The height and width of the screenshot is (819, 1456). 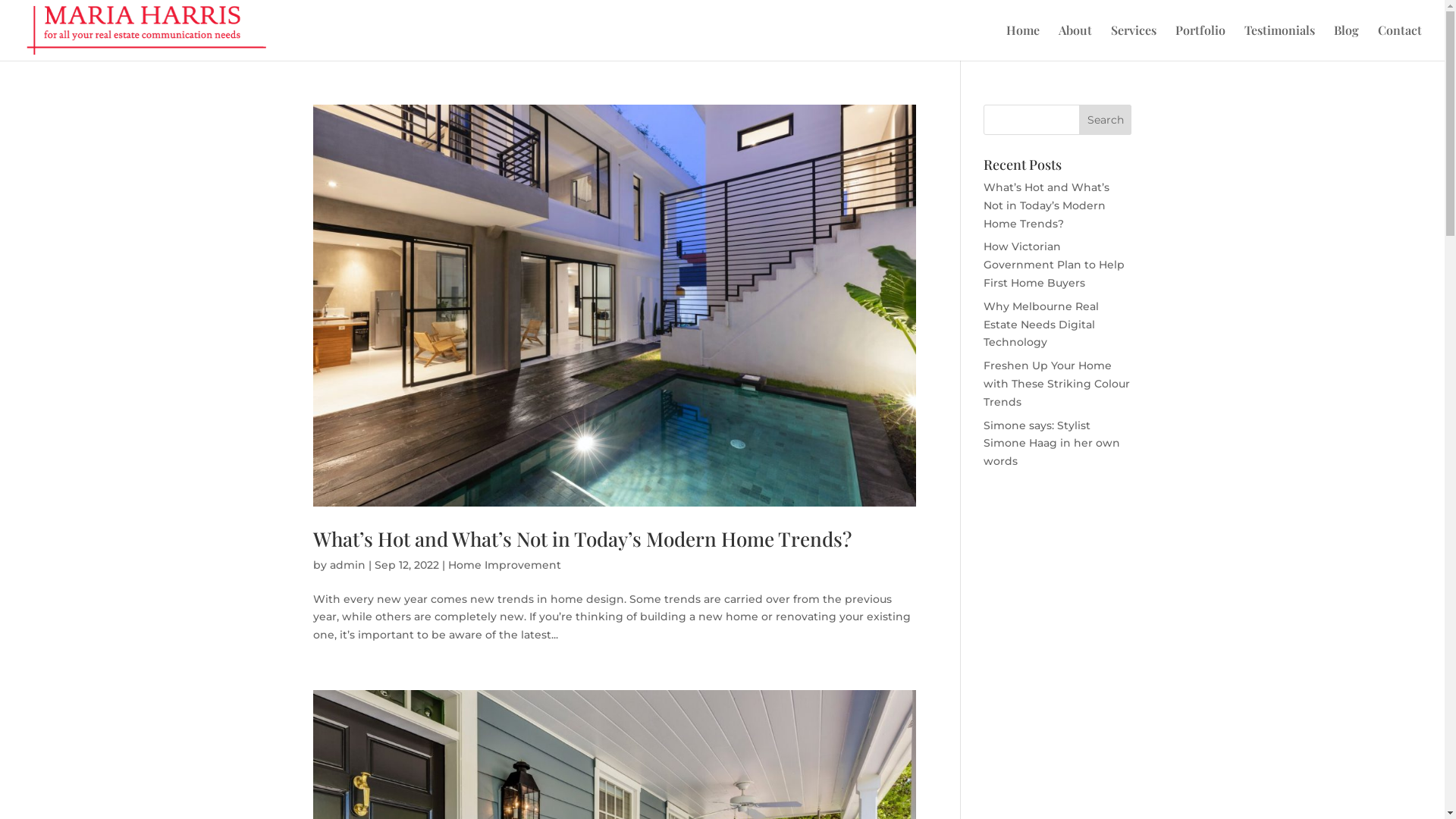 I want to click on 'Freshen Up Your Home with These Striking Colour Trends', so click(x=1056, y=382).